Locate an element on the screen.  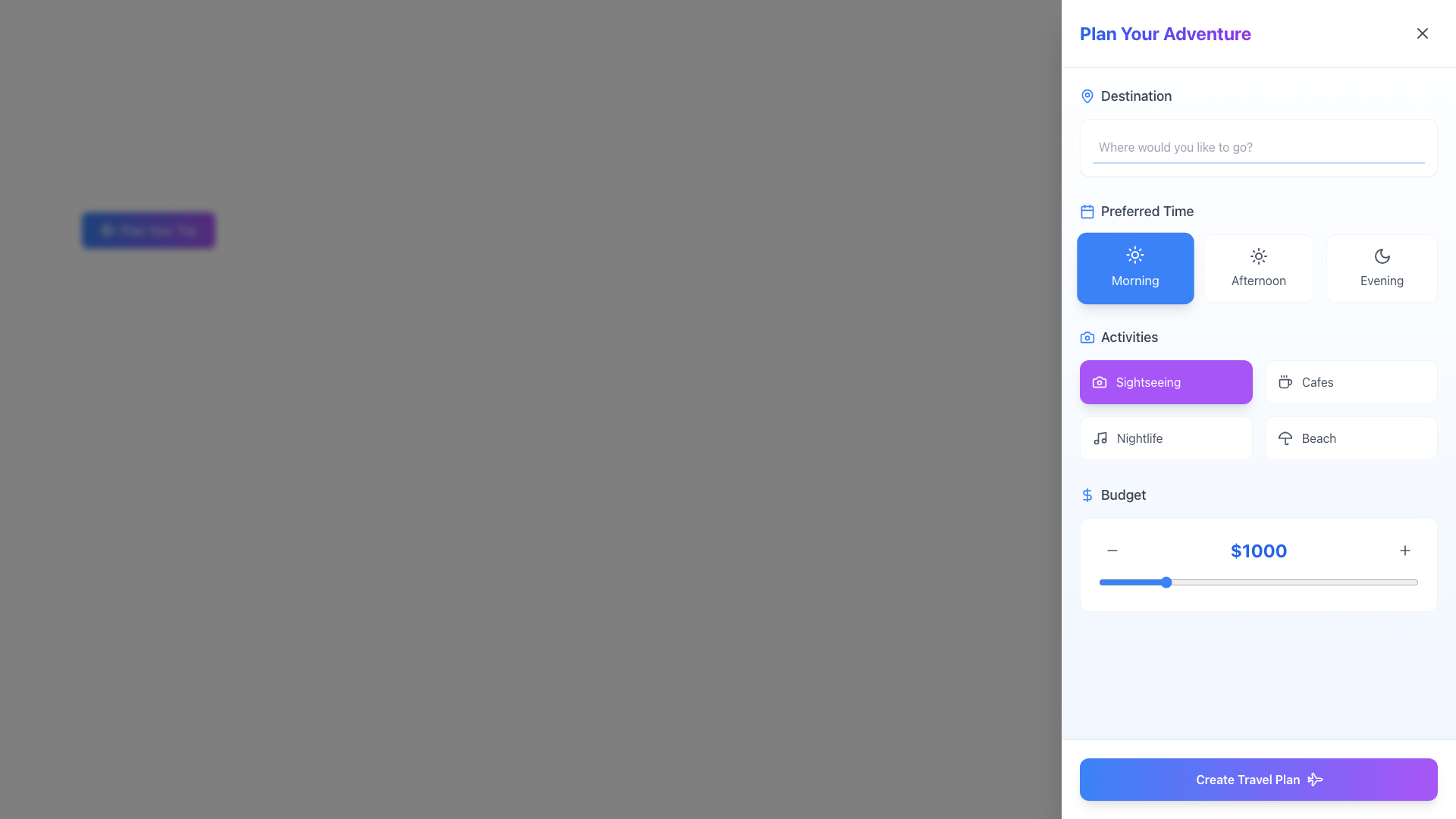
the crescent moon decorative icon located in the 'Preferred Time' group, positioned to the right of the 'Evening' time option is located at coordinates (1382, 256).